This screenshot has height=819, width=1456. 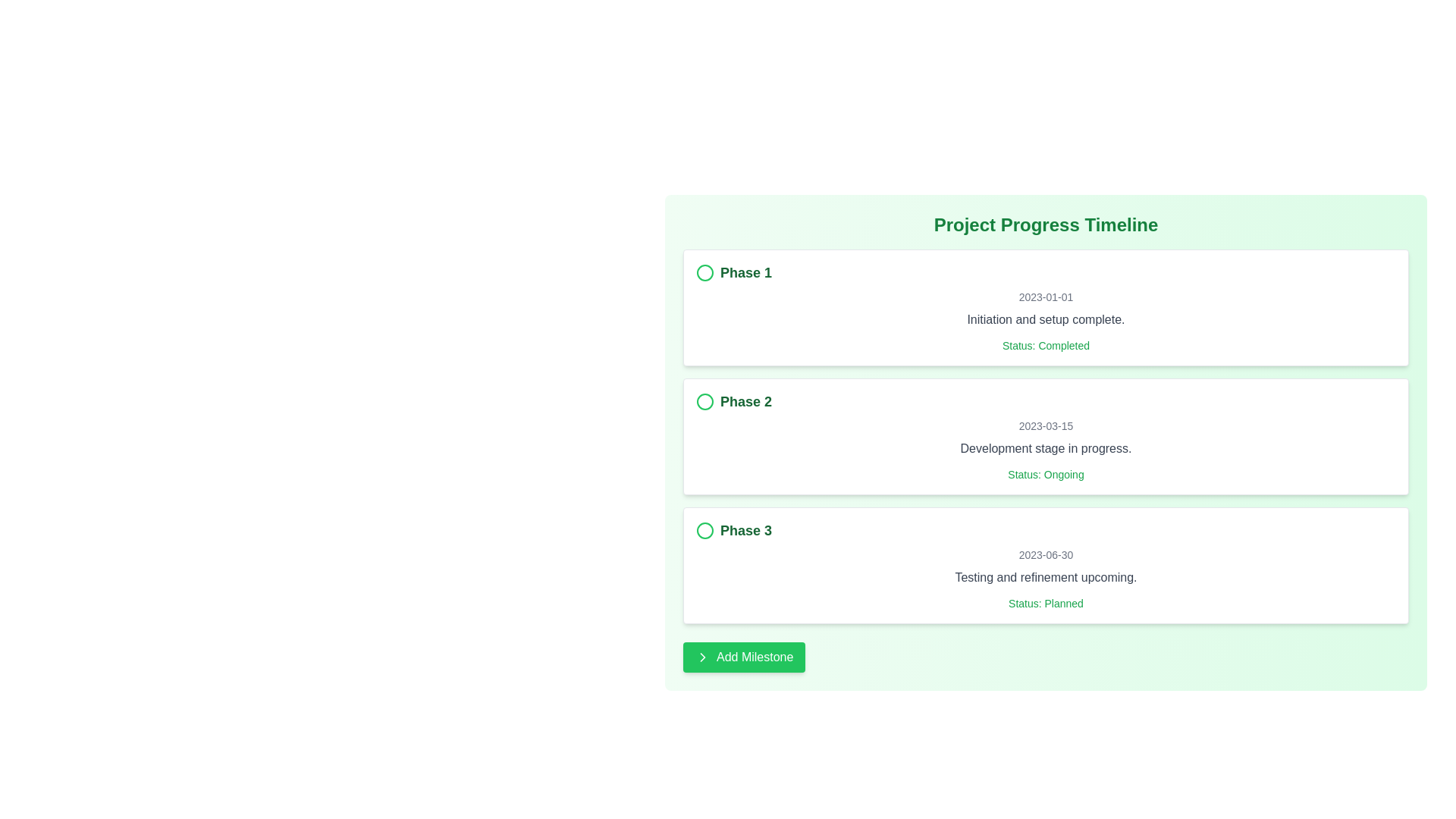 I want to click on the project phase summary card located in the third position of the vertically stacked list, which includes text and an icon indicating the phase's identifier, date, description, and status, so click(x=1045, y=565).